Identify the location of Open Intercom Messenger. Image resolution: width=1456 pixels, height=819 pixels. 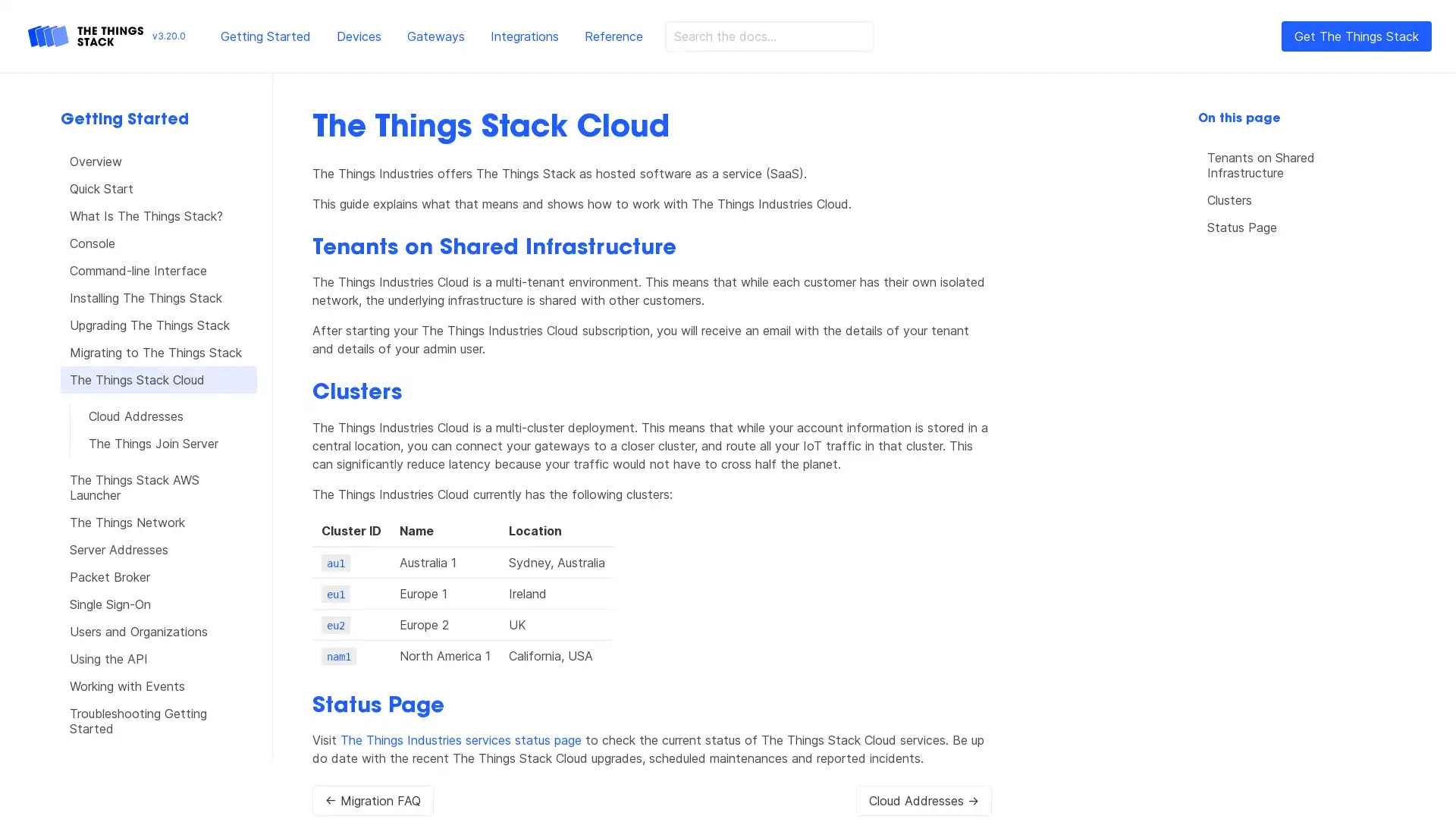
(1417, 780).